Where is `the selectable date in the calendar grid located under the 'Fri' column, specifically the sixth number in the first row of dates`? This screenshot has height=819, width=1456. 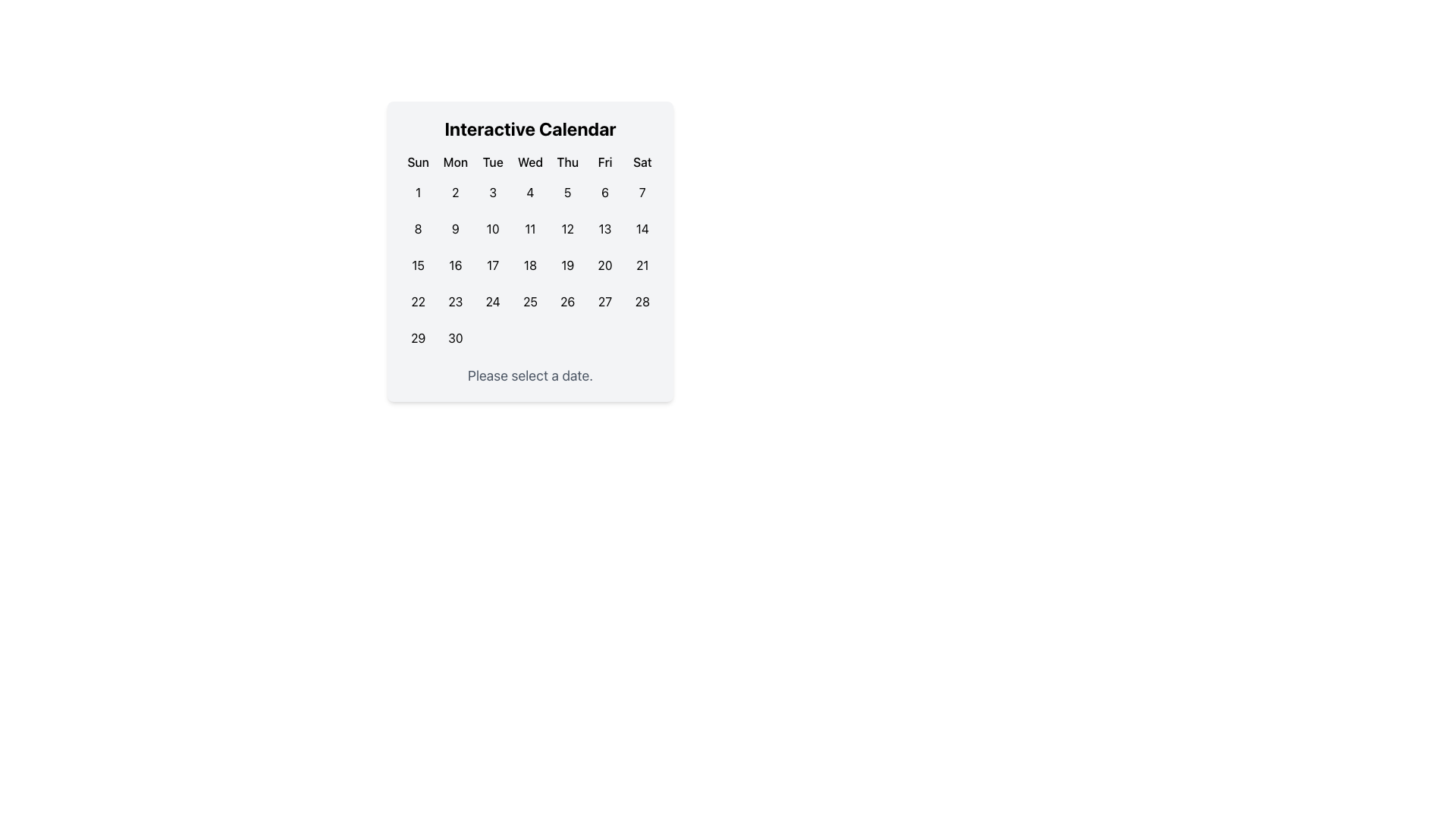
the selectable date in the calendar grid located under the 'Fri' column, specifically the sixth number in the first row of dates is located at coordinates (604, 192).